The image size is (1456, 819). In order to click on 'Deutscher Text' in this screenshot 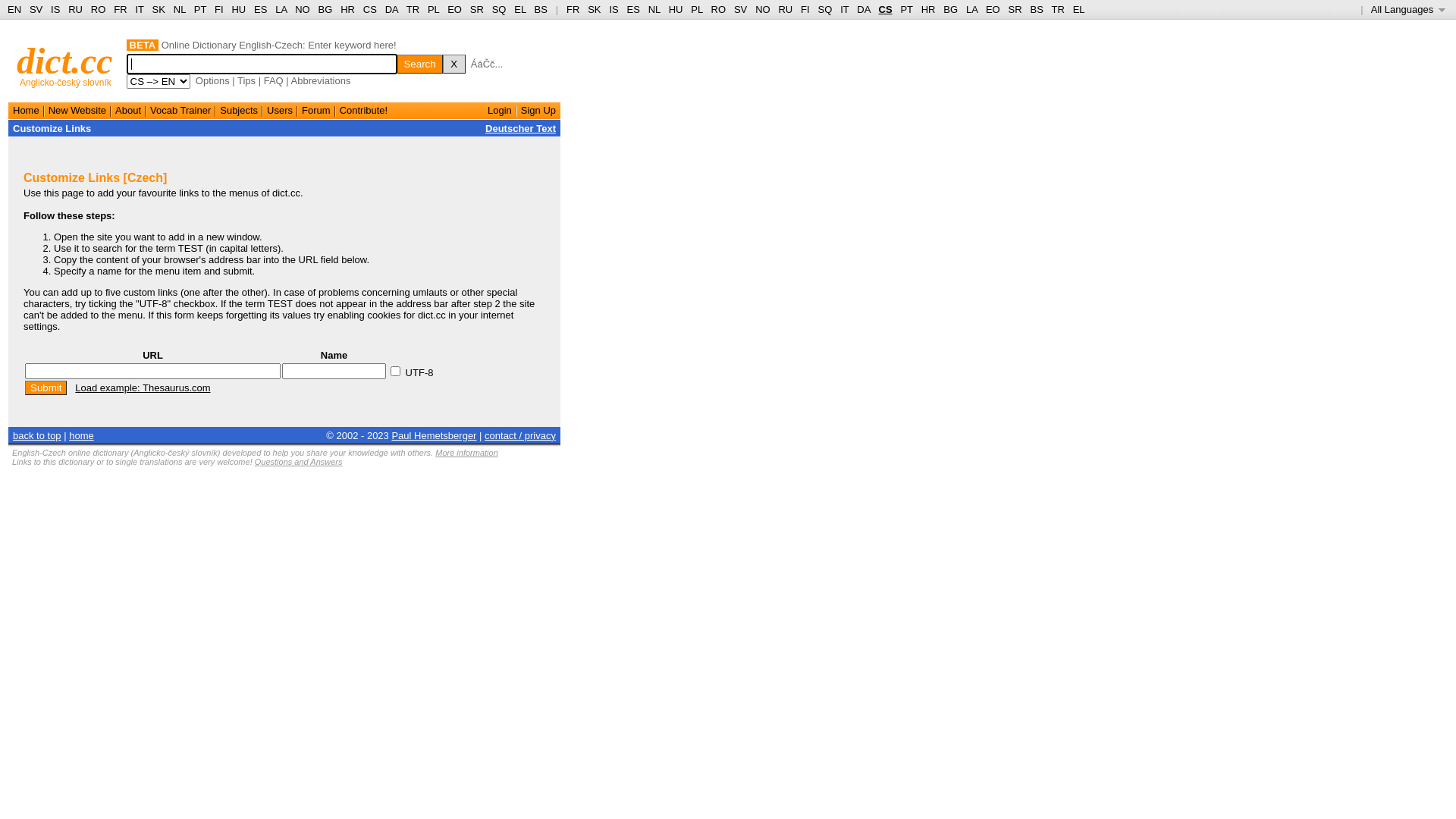, I will do `click(520, 127)`.